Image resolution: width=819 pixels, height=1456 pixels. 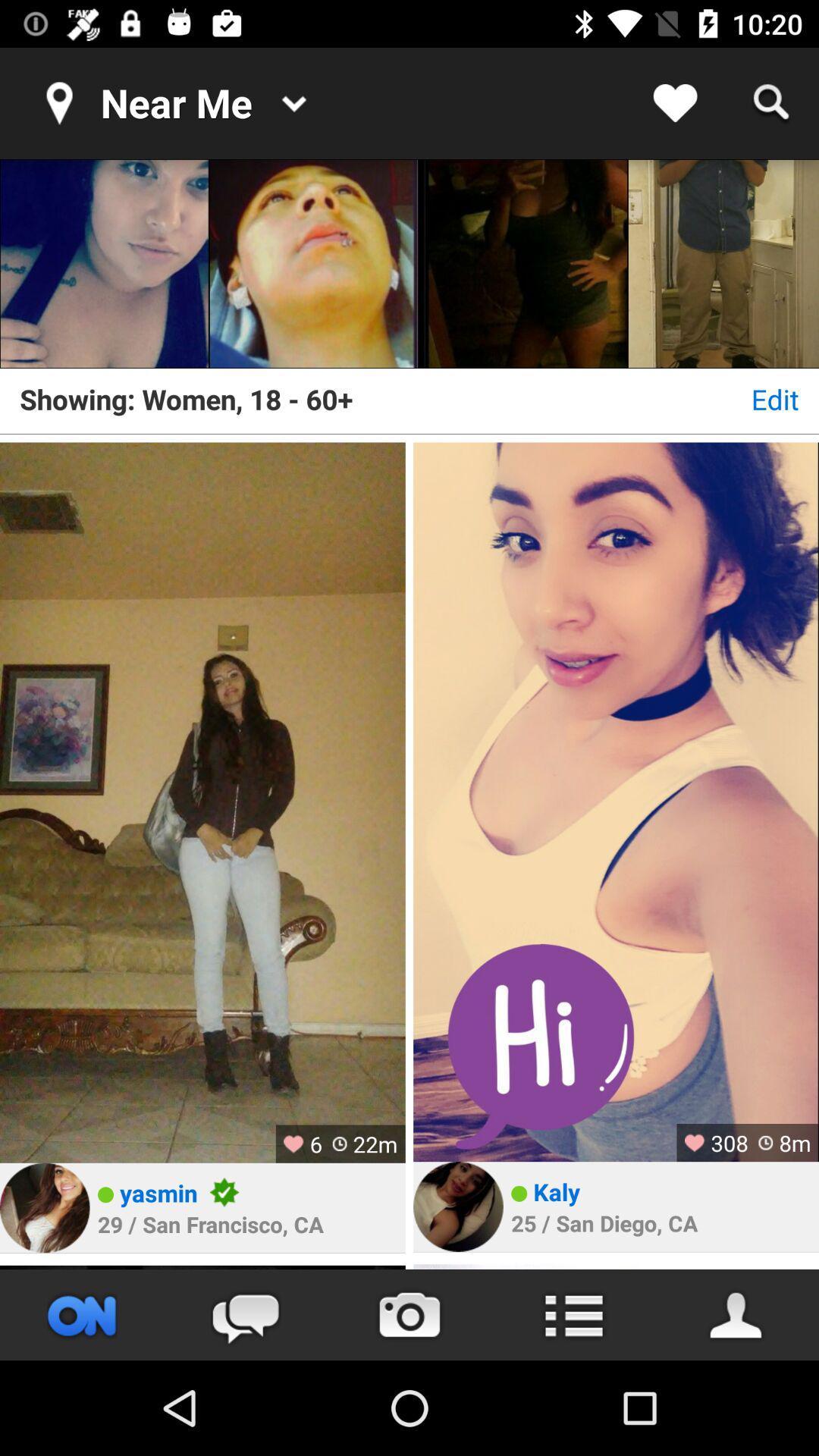 What do you see at coordinates (616, 1266) in the screenshot?
I see `profile` at bounding box center [616, 1266].